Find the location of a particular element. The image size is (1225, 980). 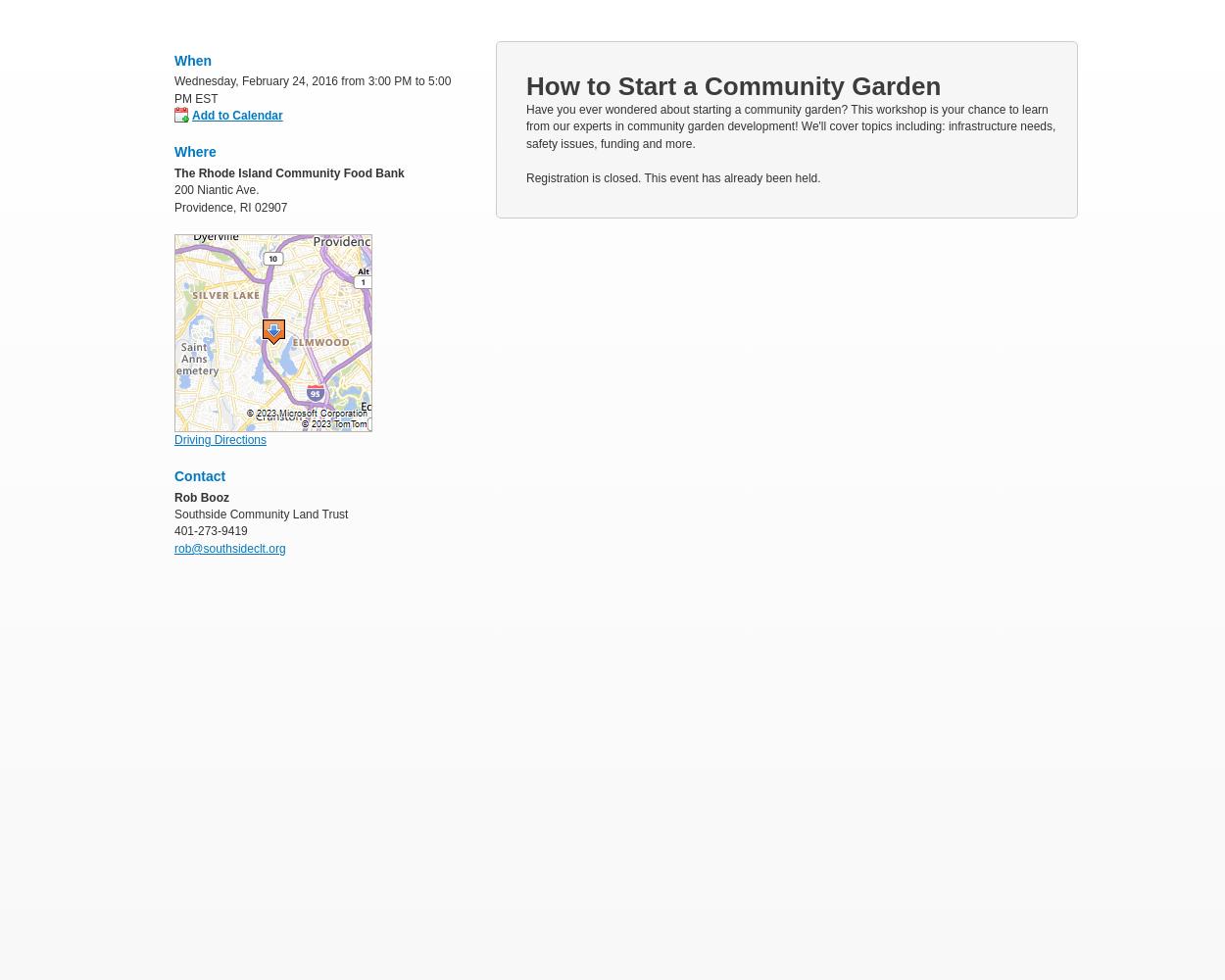

'200 Niantic Ave.' is located at coordinates (174, 189).